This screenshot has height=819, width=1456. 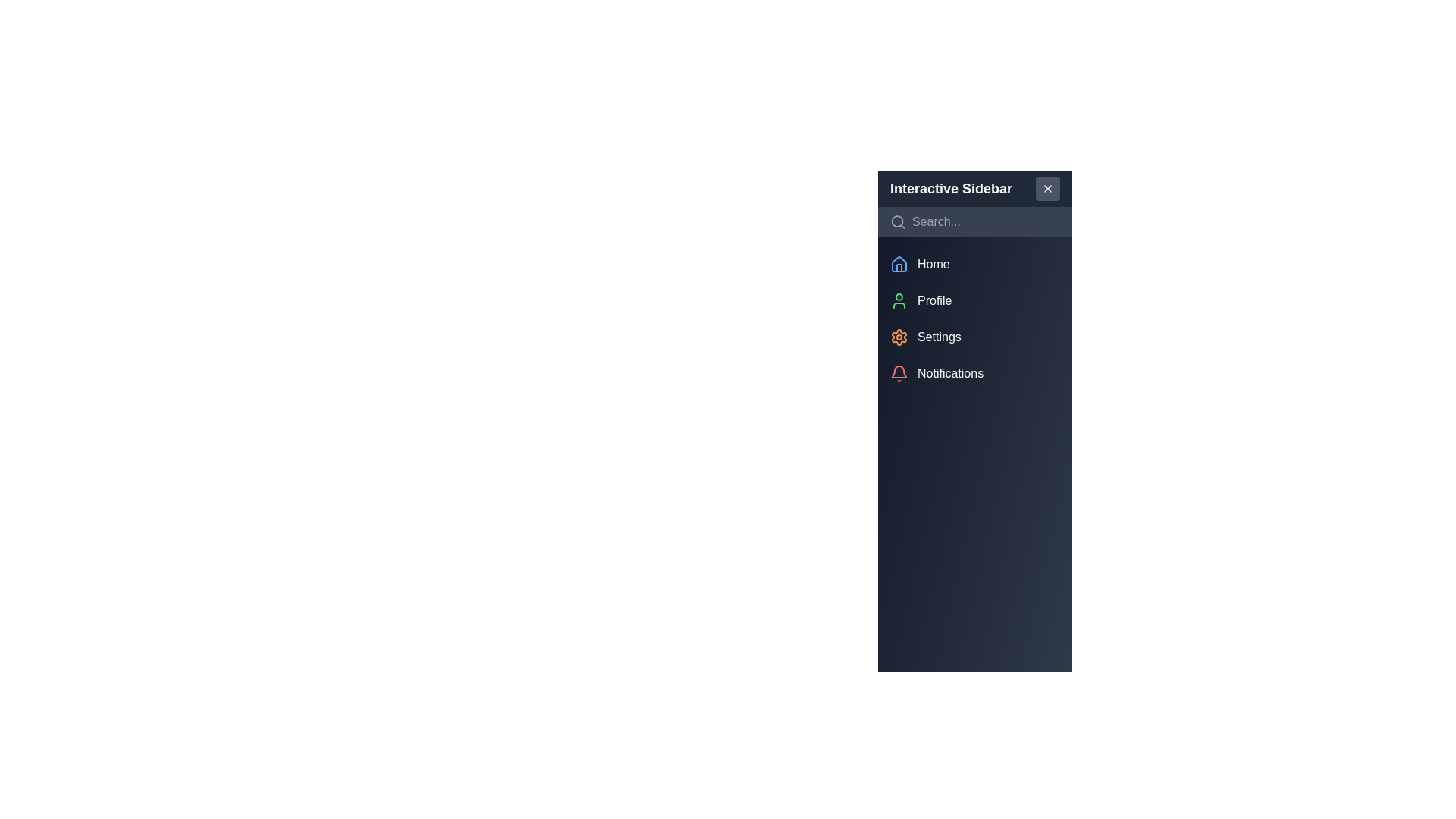 What do you see at coordinates (899, 336) in the screenshot?
I see `the 'Settings' icon in the sidebar` at bounding box center [899, 336].